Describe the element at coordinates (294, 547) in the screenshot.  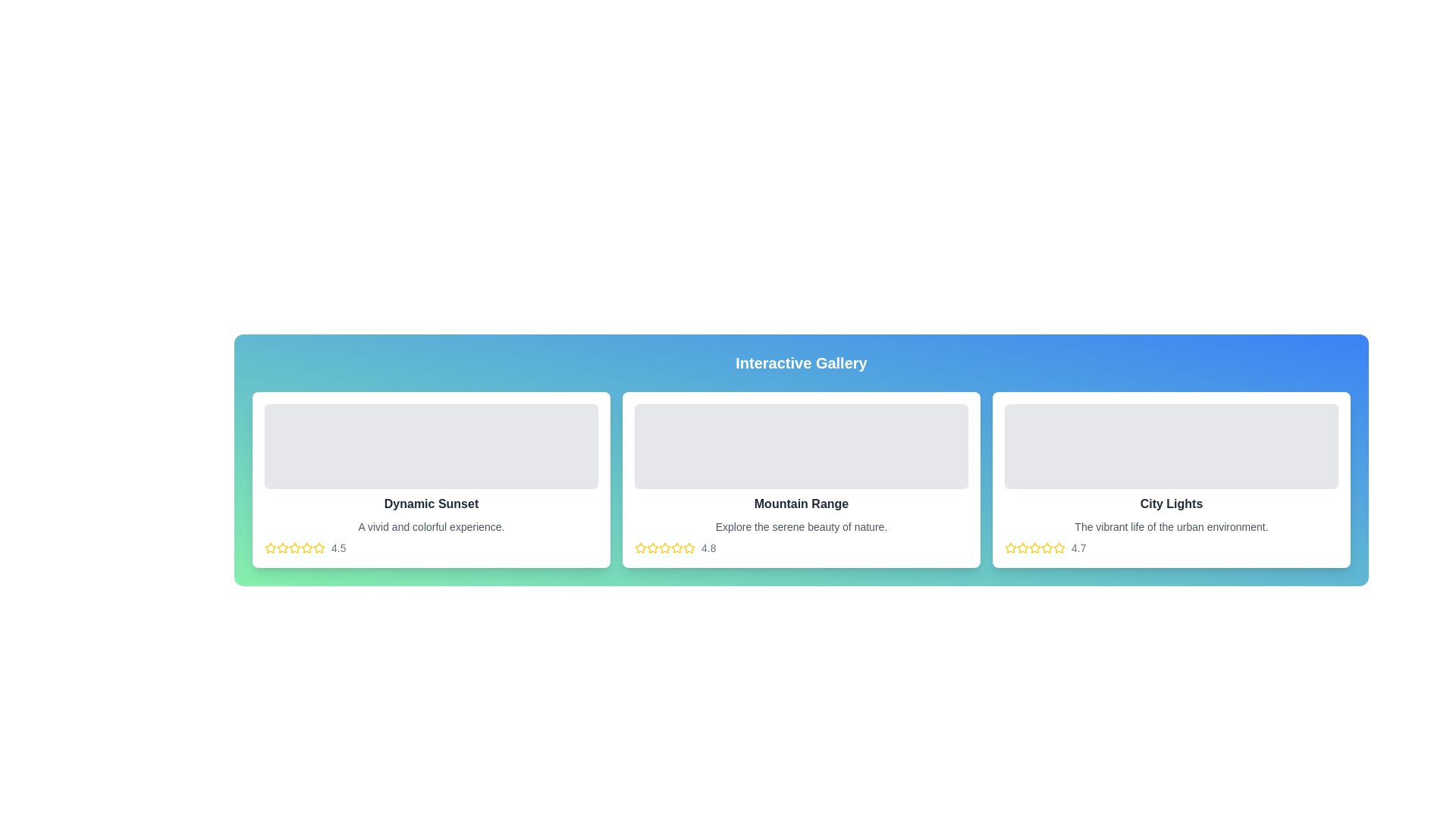
I see `the second star-shaped rating icon with a yellow fill and black outline under the 'Dynamic Sunset' card in the interactive gallery to interact` at that location.